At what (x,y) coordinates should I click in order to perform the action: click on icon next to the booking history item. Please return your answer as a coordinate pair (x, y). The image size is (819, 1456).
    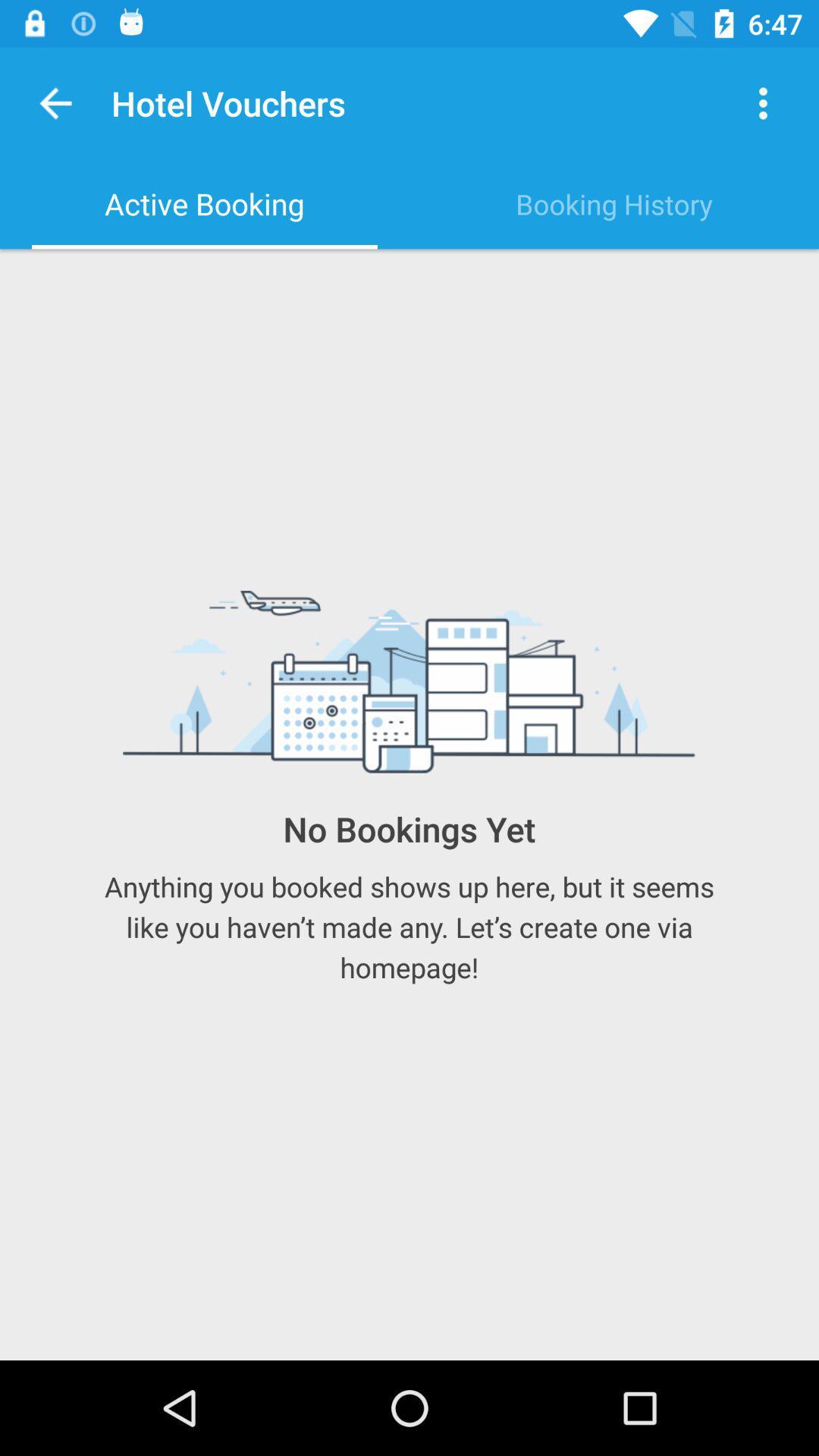
    Looking at the image, I should click on (205, 203).